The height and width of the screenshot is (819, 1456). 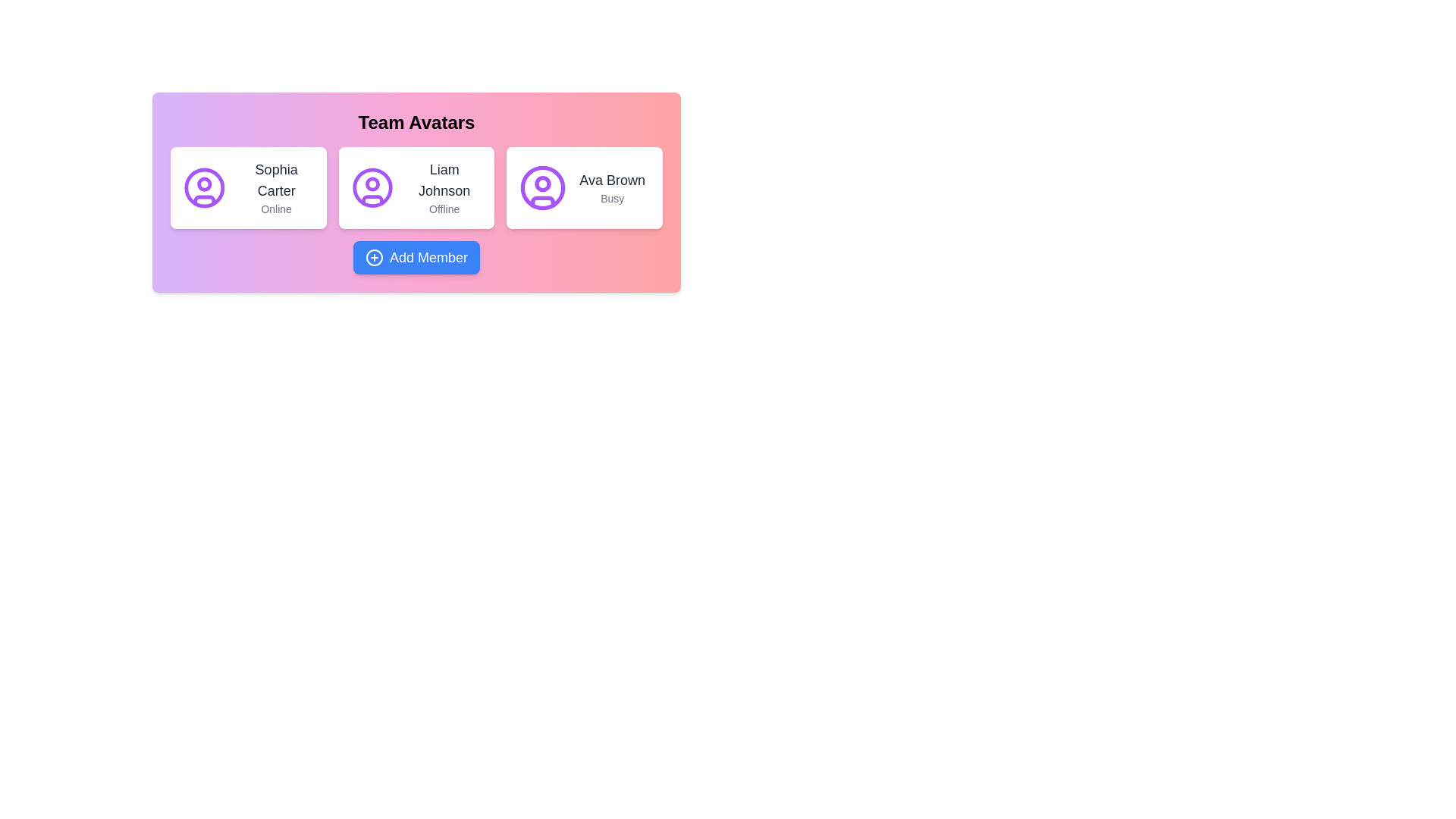 I want to click on displayed information from the Profile Card representing an individual team member, which is the third card in the horizontal layout under the 'Team Avatars' heading, so click(x=584, y=187).